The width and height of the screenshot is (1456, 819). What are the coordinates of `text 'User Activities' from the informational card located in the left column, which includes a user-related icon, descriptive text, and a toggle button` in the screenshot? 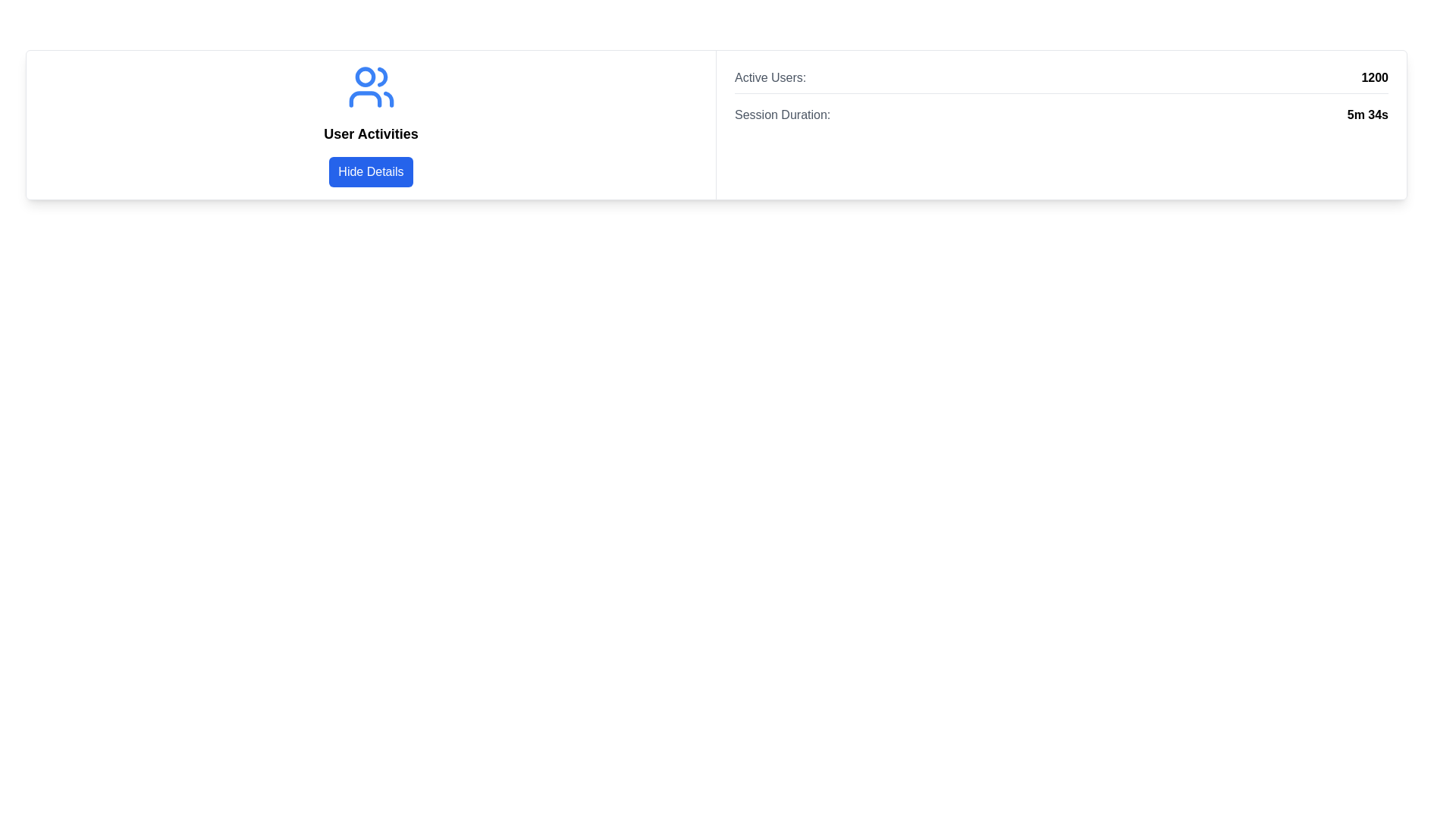 It's located at (371, 124).